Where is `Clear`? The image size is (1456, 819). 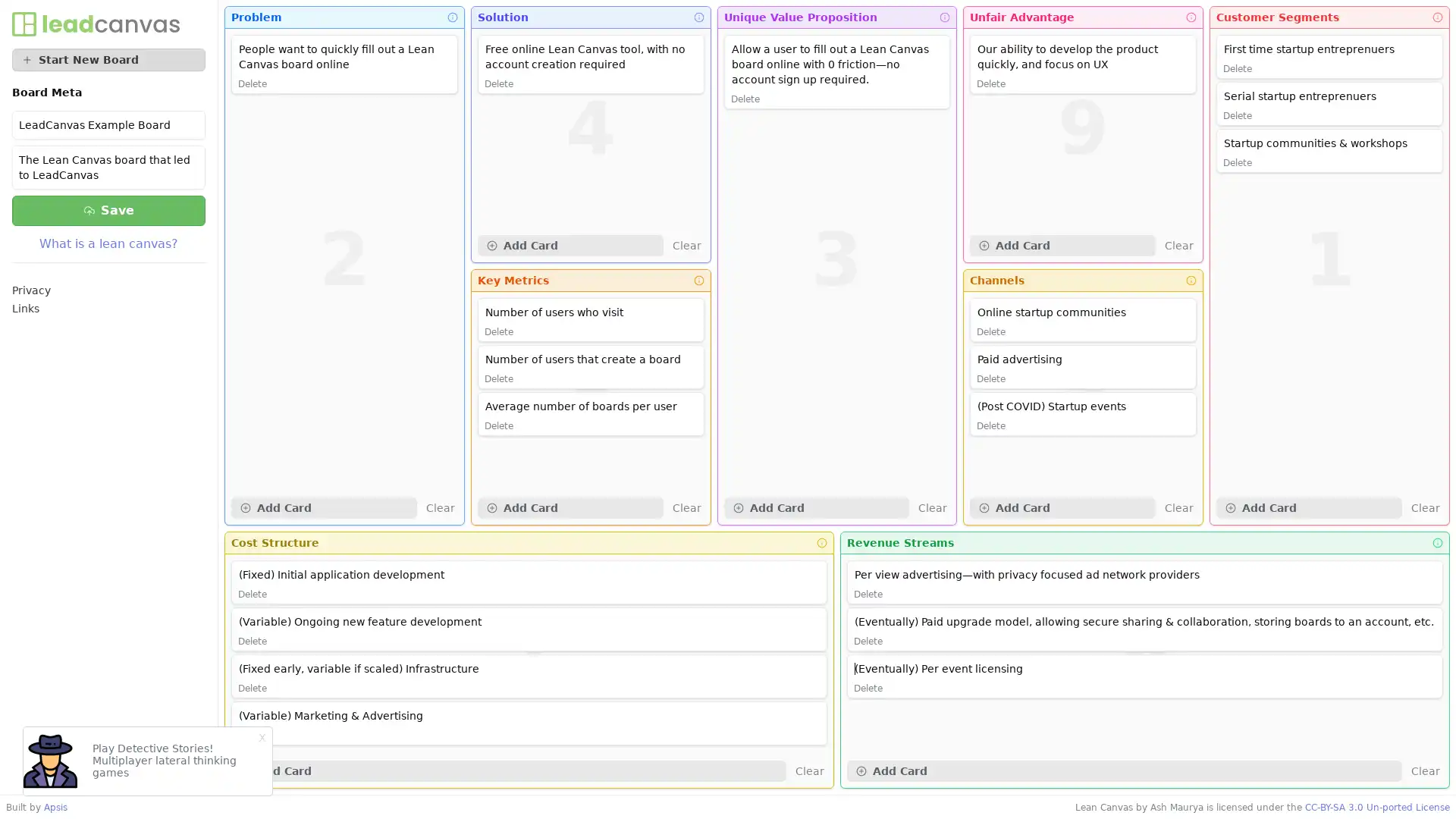 Clear is located at coordinates (686, 244).